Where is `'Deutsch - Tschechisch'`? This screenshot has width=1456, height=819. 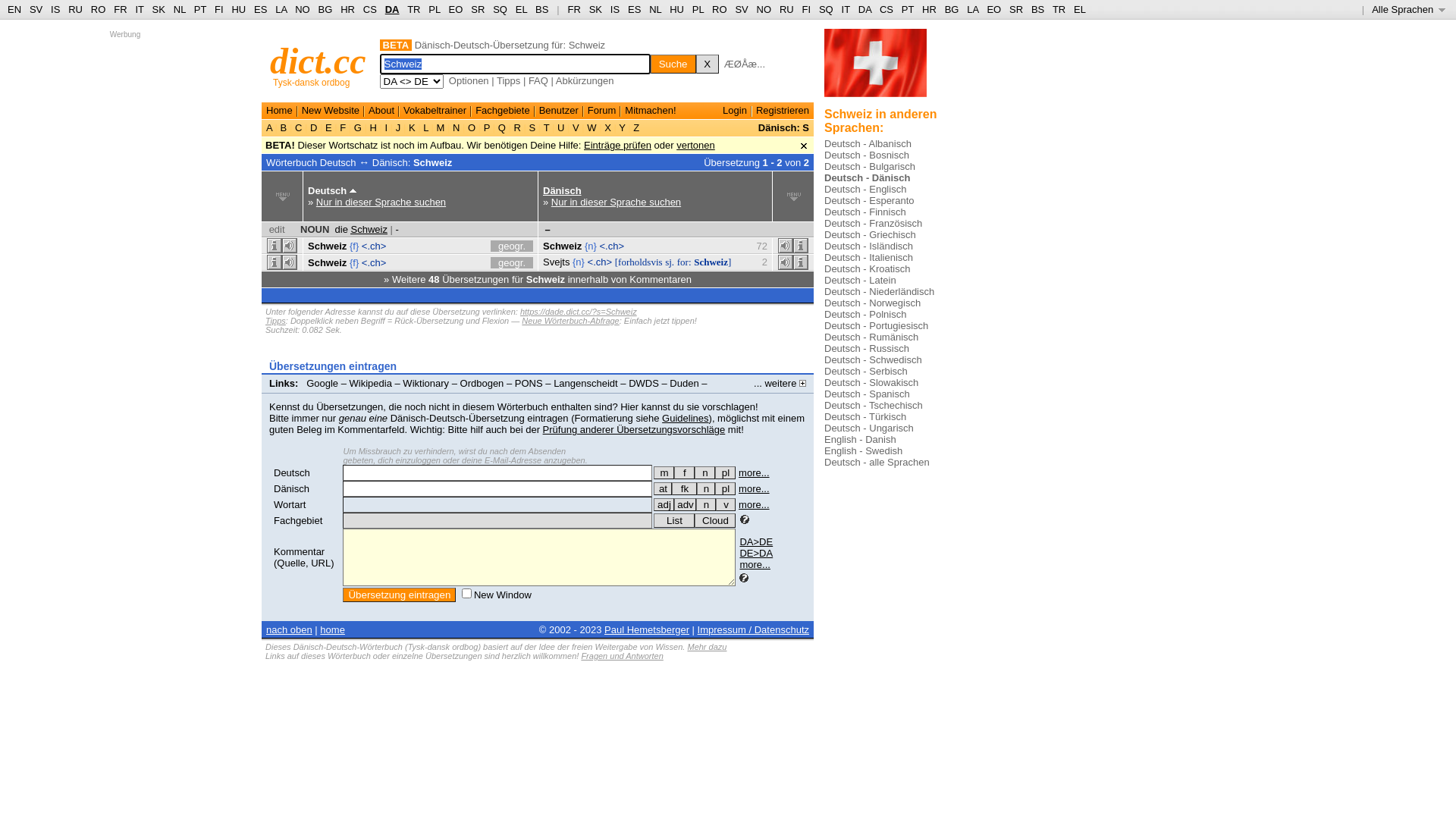
'Deutsch - Tschechisch' is located at coordinates (874, 404).